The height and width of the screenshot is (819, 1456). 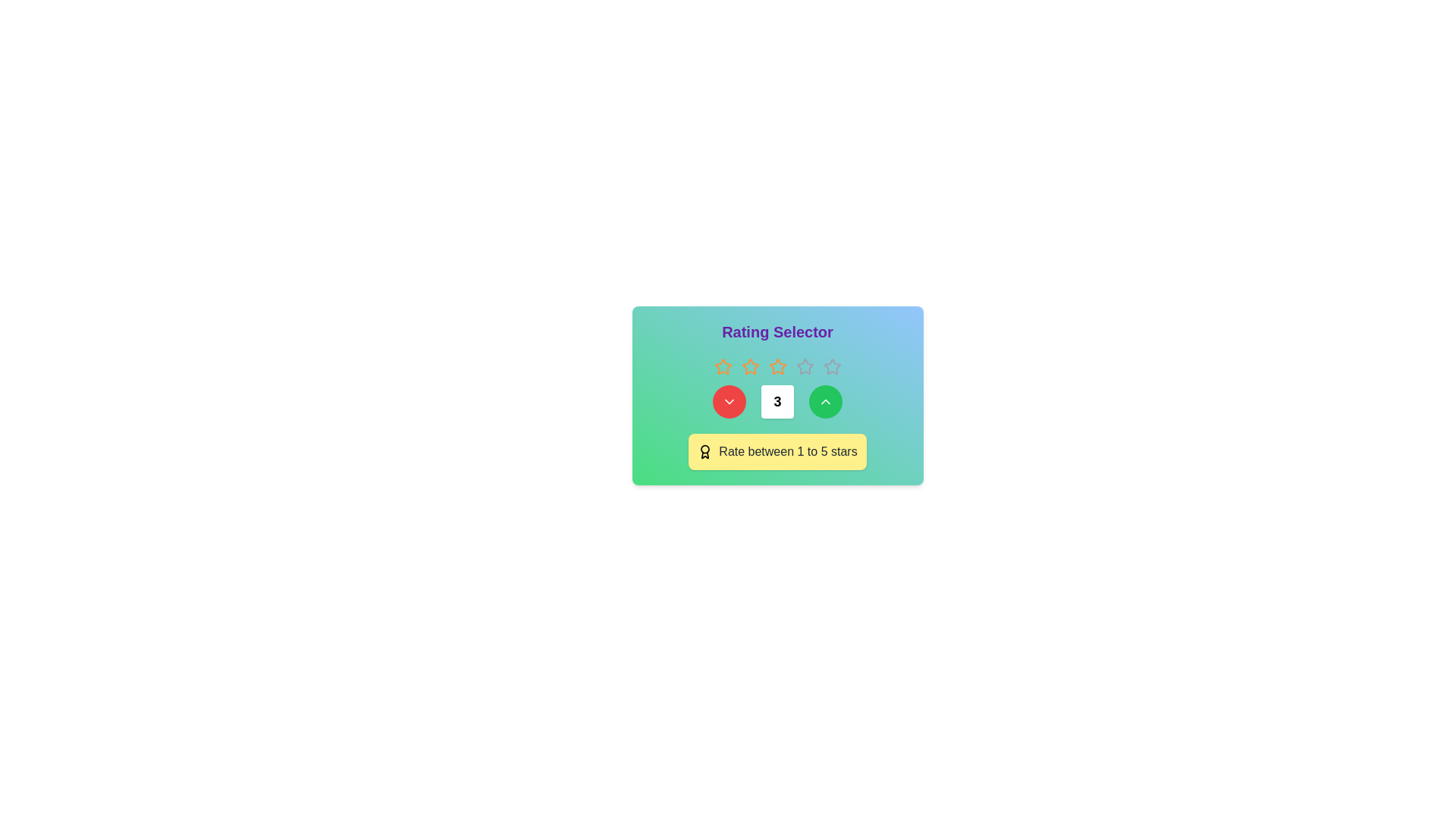 I want to click on the downward-pointing chevron icon styled with a modern, minimalist design located within a vibrant red circular button, positioned to the left of the numeric input box in the rating selection panel, so click(x=730, y=400).